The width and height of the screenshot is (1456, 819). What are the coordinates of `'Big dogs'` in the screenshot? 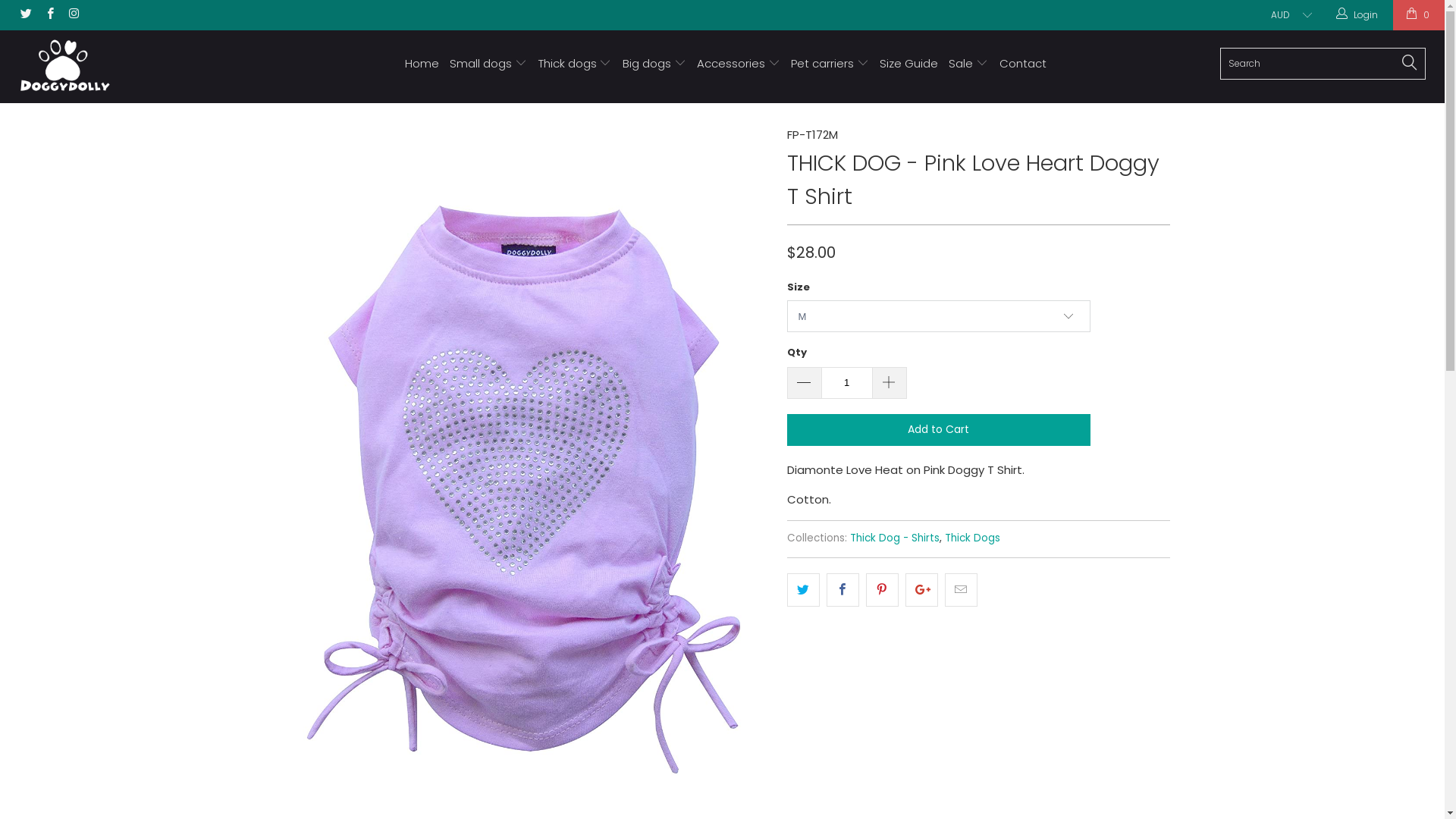 It's located at (654, 63).